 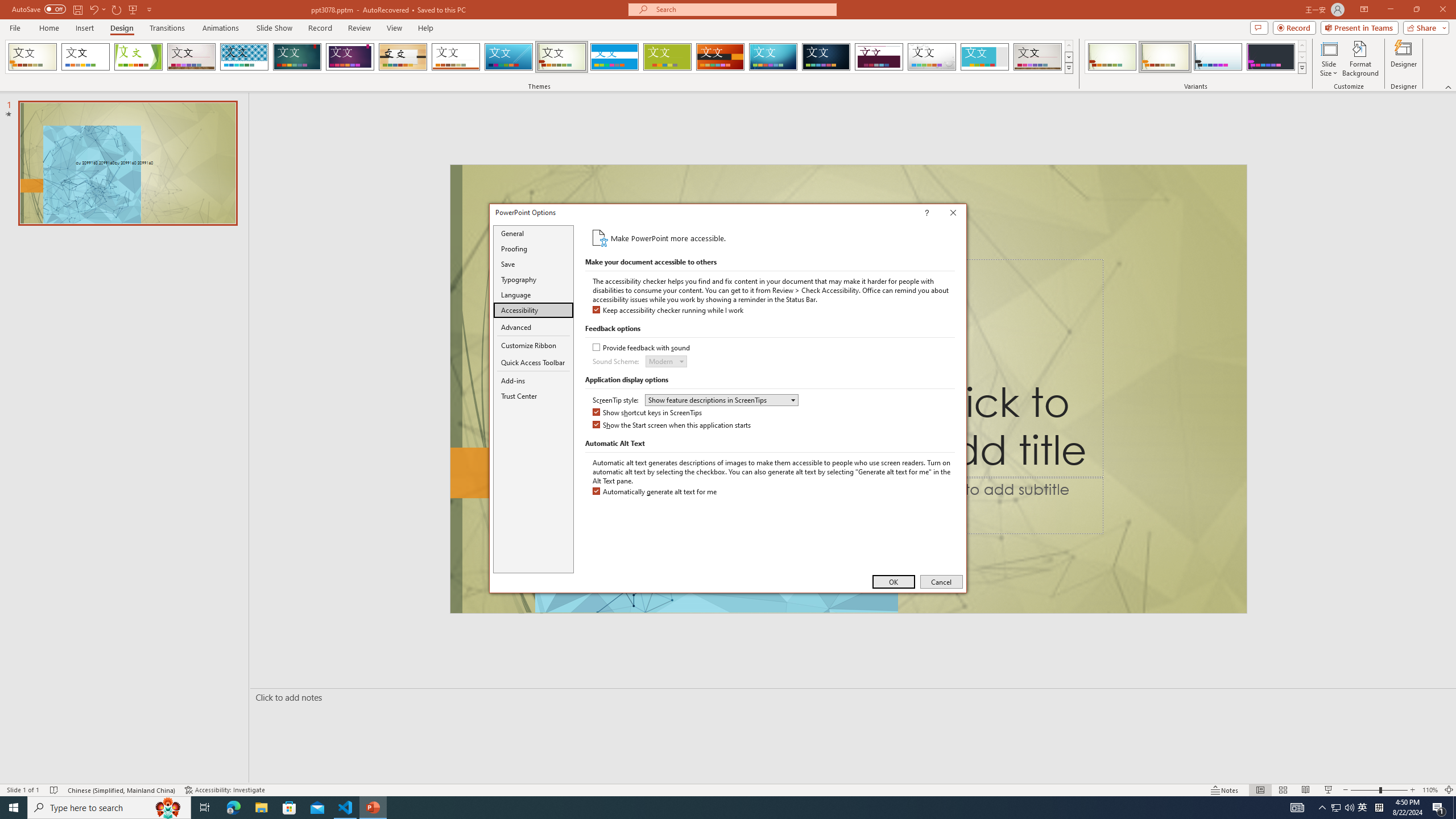 I want to click on 'Droplet Loading Preview...', so click(x=932, y=56).